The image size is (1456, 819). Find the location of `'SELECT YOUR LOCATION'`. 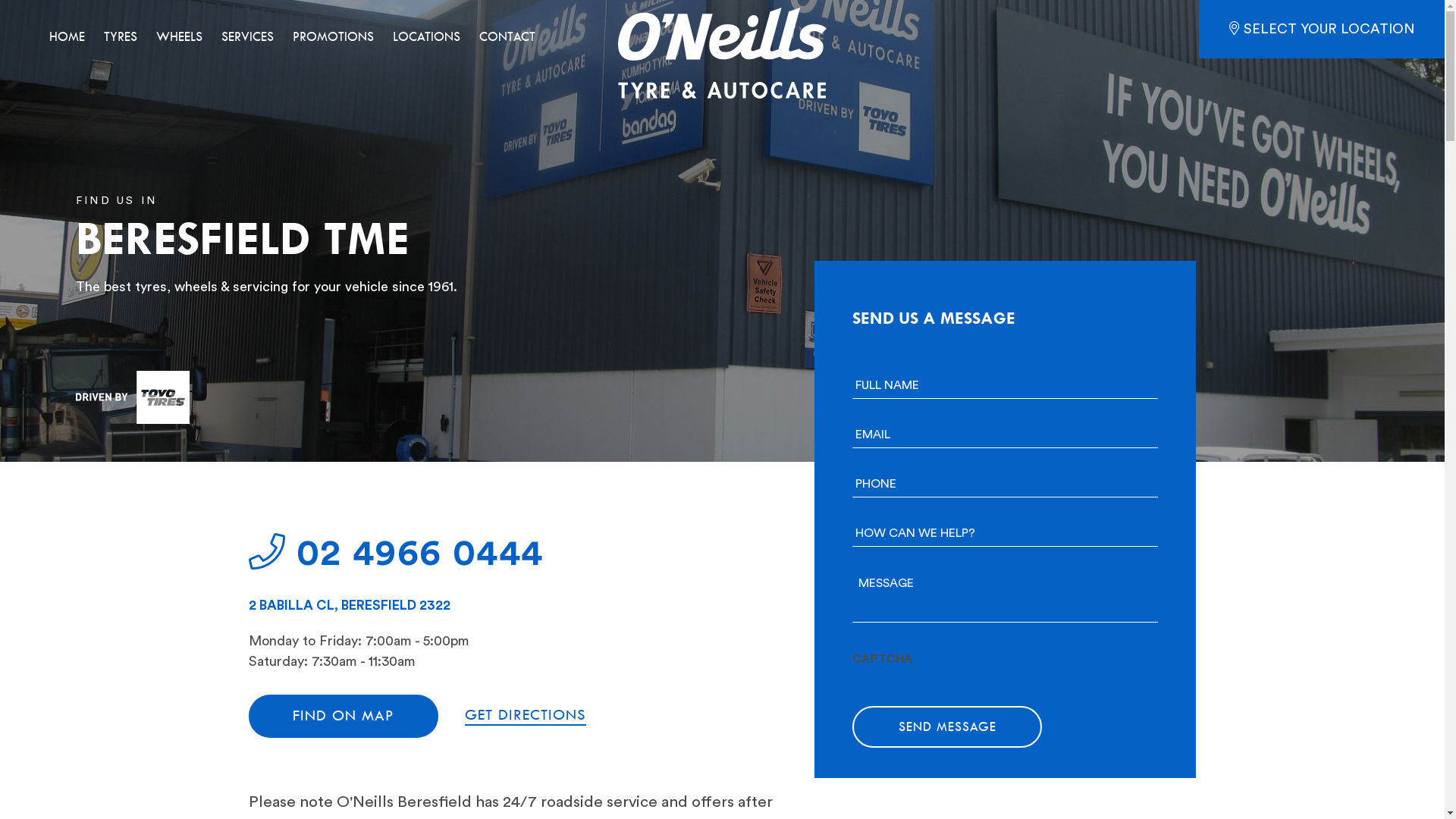

'SELECT YOUR LOCATION' is located at coordinates (1320, 29).